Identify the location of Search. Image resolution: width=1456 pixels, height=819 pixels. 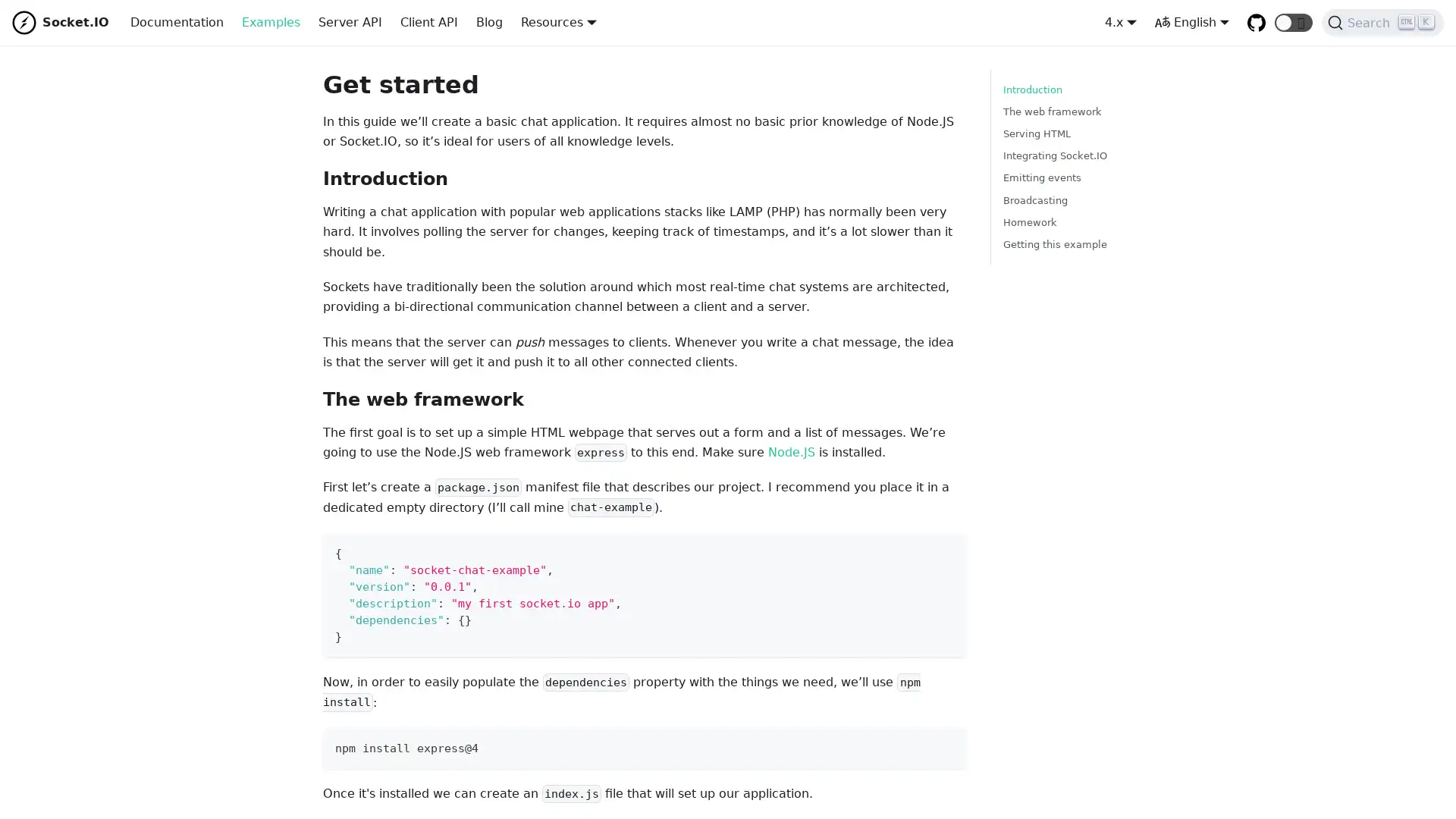
(1382, 23).